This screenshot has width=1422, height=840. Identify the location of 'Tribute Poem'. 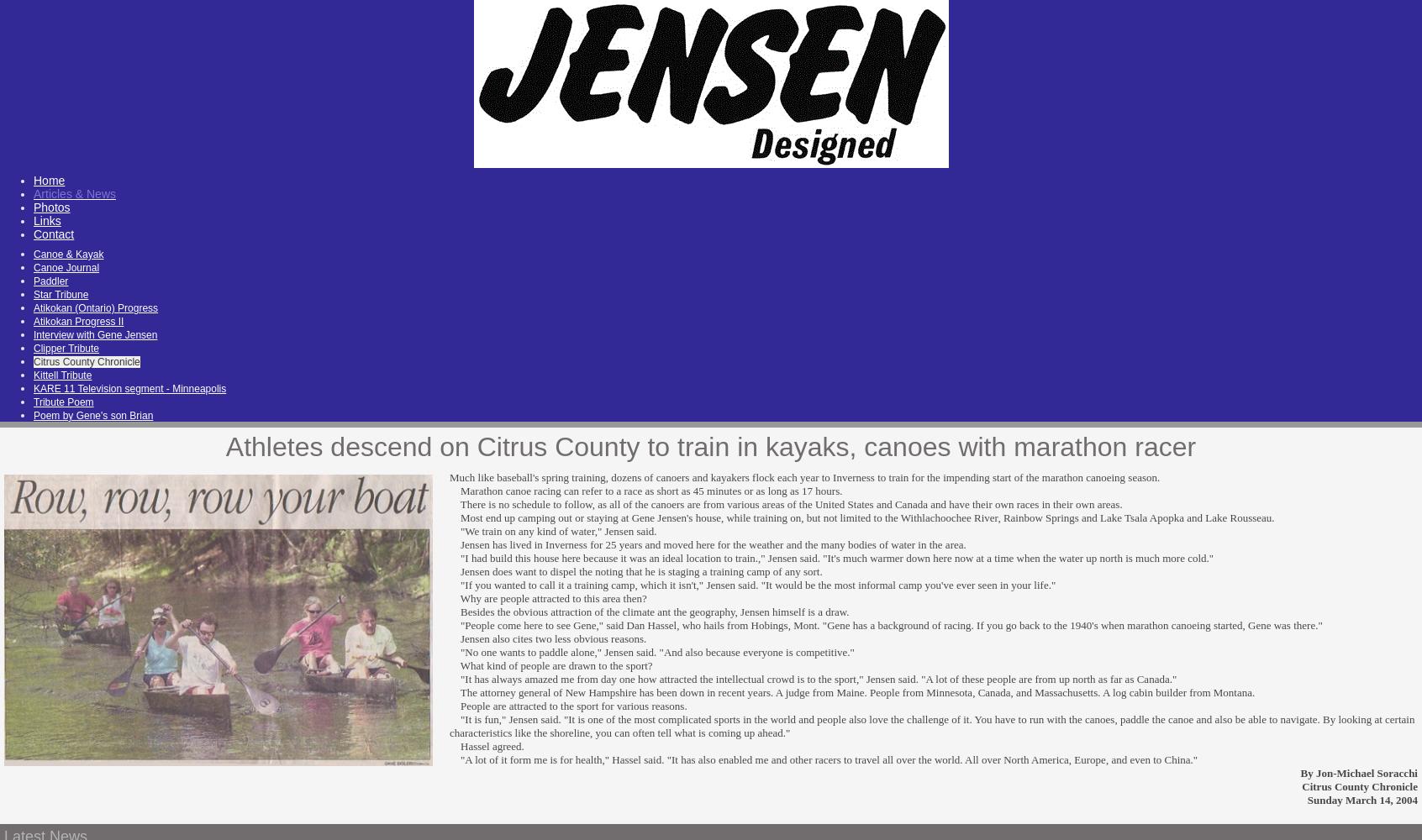
(63, 402).